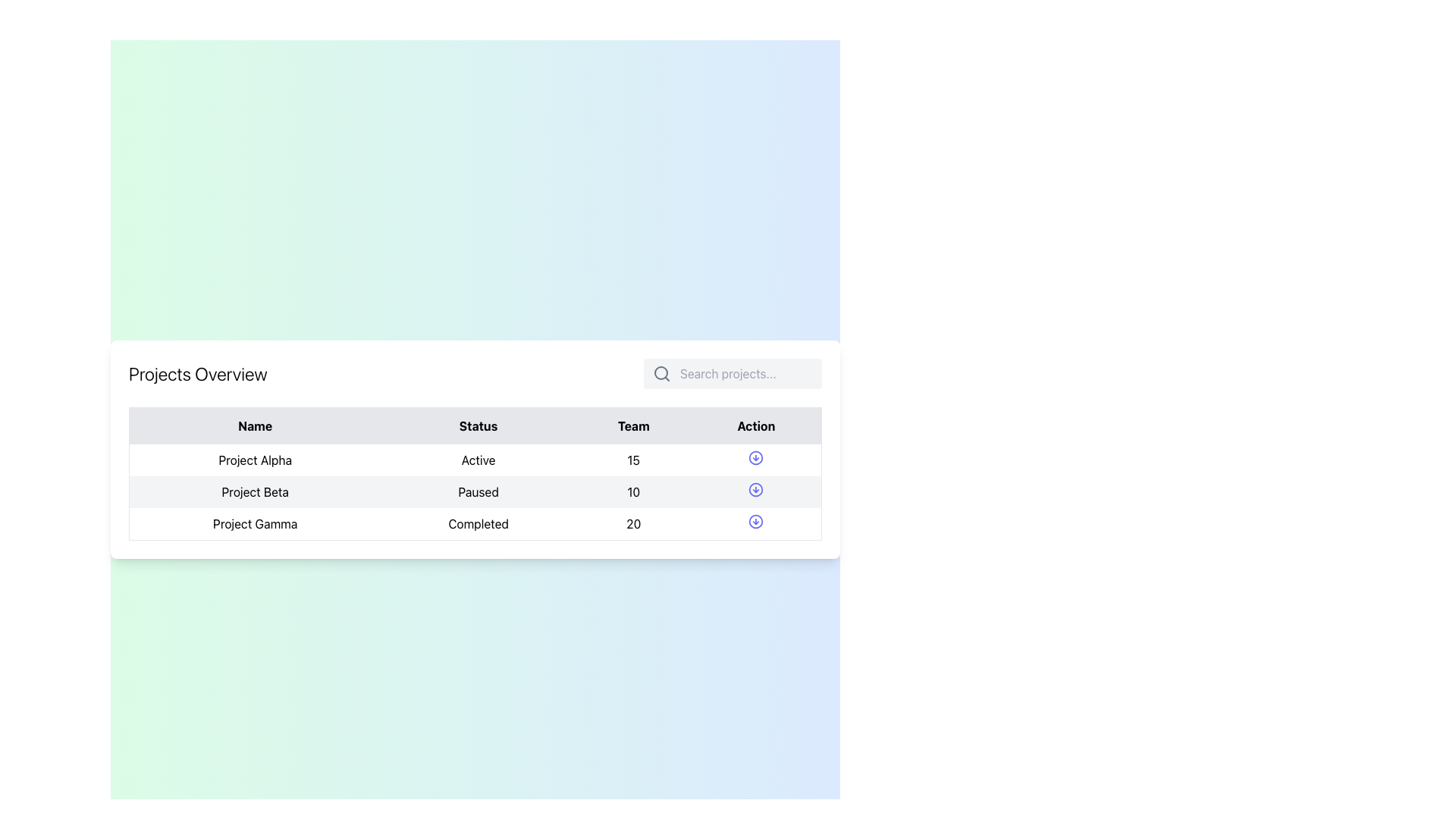  Describe the element at coordinates (633, 523) in the screenshot. I see `the numeric text element displaying '20' located in the third row under the 'Team' column of a tabular structure, surrounded by similar numeric elements and positioned between 'Completed' and an empty cell` at that location.